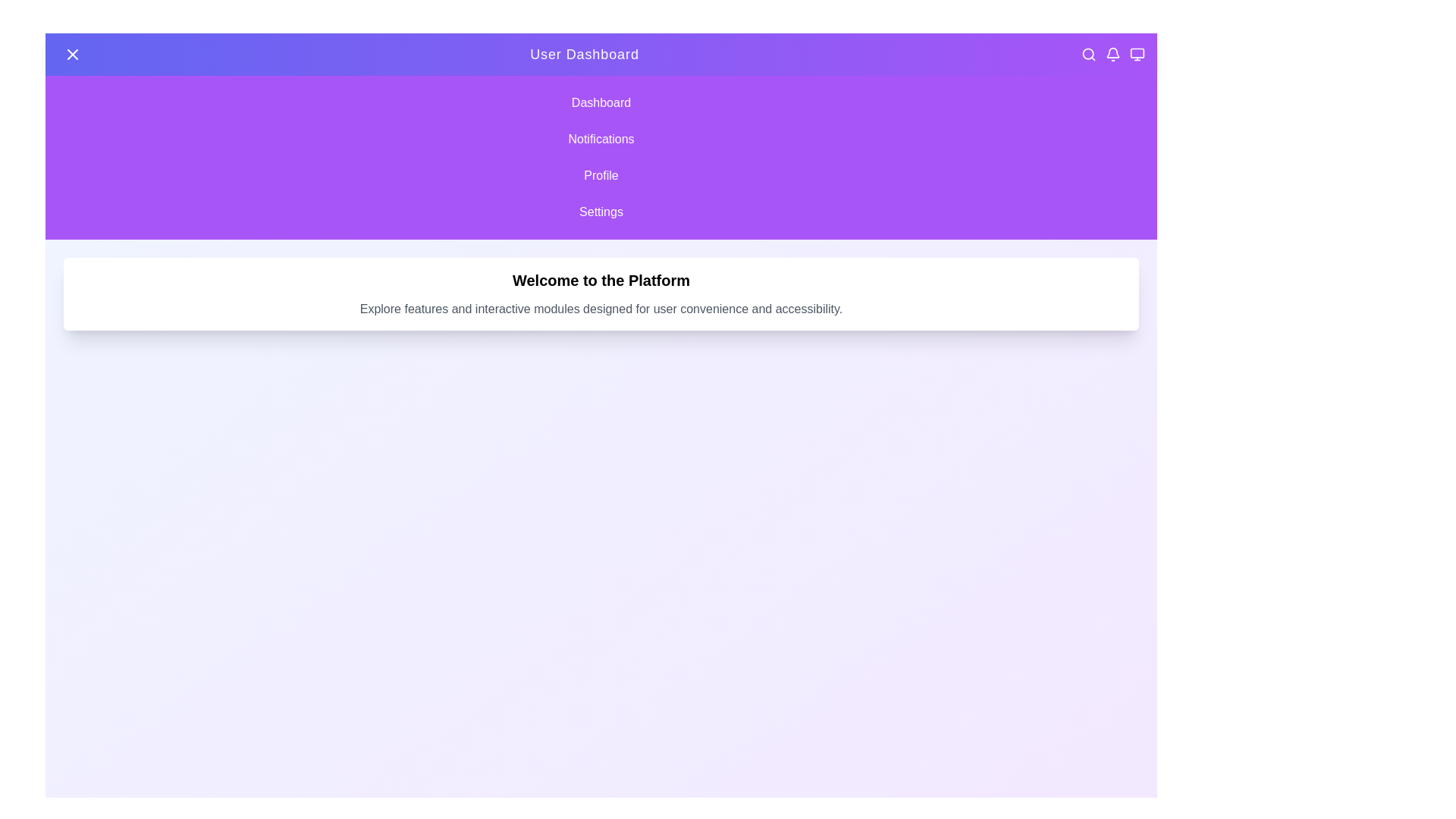 The height and width of the screenshot is (819, 1456). Describe the element at coordinates (600, 212) in the screenshot. I see `the menu item Settings to observe the hover effect` at that location.